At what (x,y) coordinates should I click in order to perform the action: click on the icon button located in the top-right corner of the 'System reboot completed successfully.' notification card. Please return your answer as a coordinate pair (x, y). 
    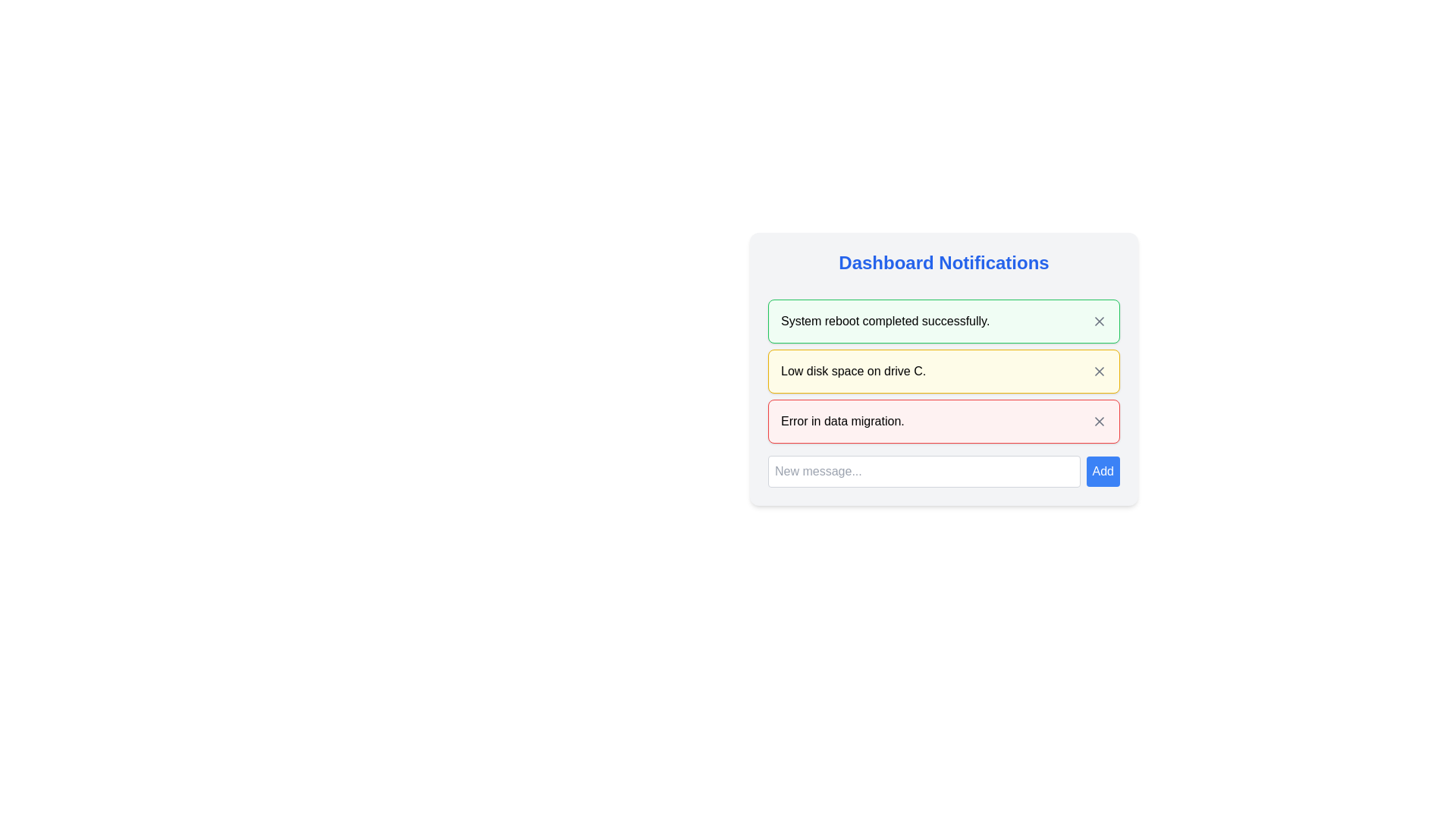
    Looking at the image, I should click on (1099, 321).